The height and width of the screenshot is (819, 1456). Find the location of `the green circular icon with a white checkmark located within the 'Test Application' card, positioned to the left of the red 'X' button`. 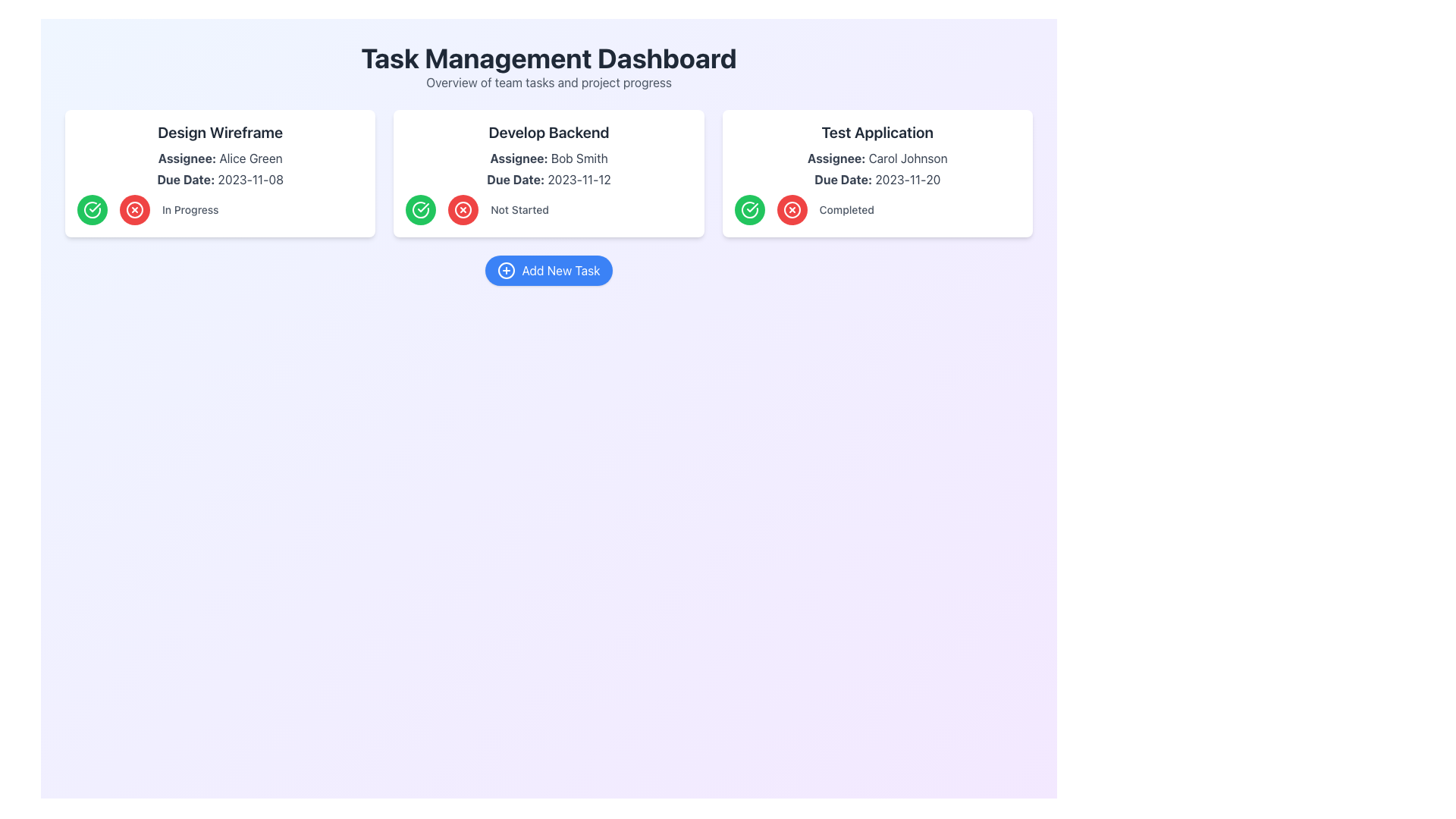

the green circular icon with a white checkmark located within the 'Test Application' card, positioned to the left of the red 'X' button is located at coordinates (749, 210).